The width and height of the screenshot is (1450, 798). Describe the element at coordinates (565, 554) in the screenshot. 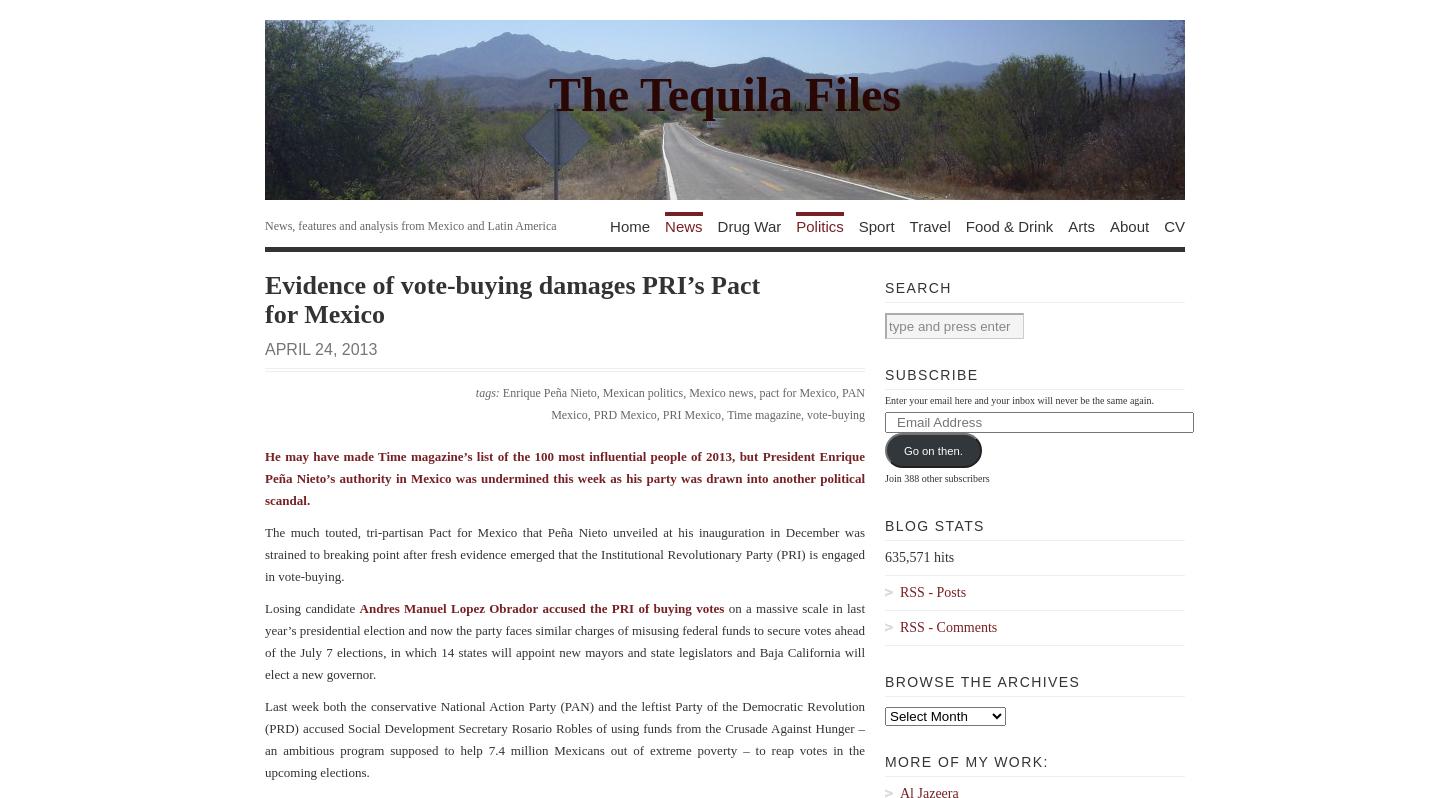

I see `'The much touted, tri-partisan Pact for Mexico that Peña Nieto unveiled at his inauguration in December was strained to breaking point after fresh evidence emerged that the Institutional Revolutionary Party (PRI) is engaged in vote-buying.'` at that location.